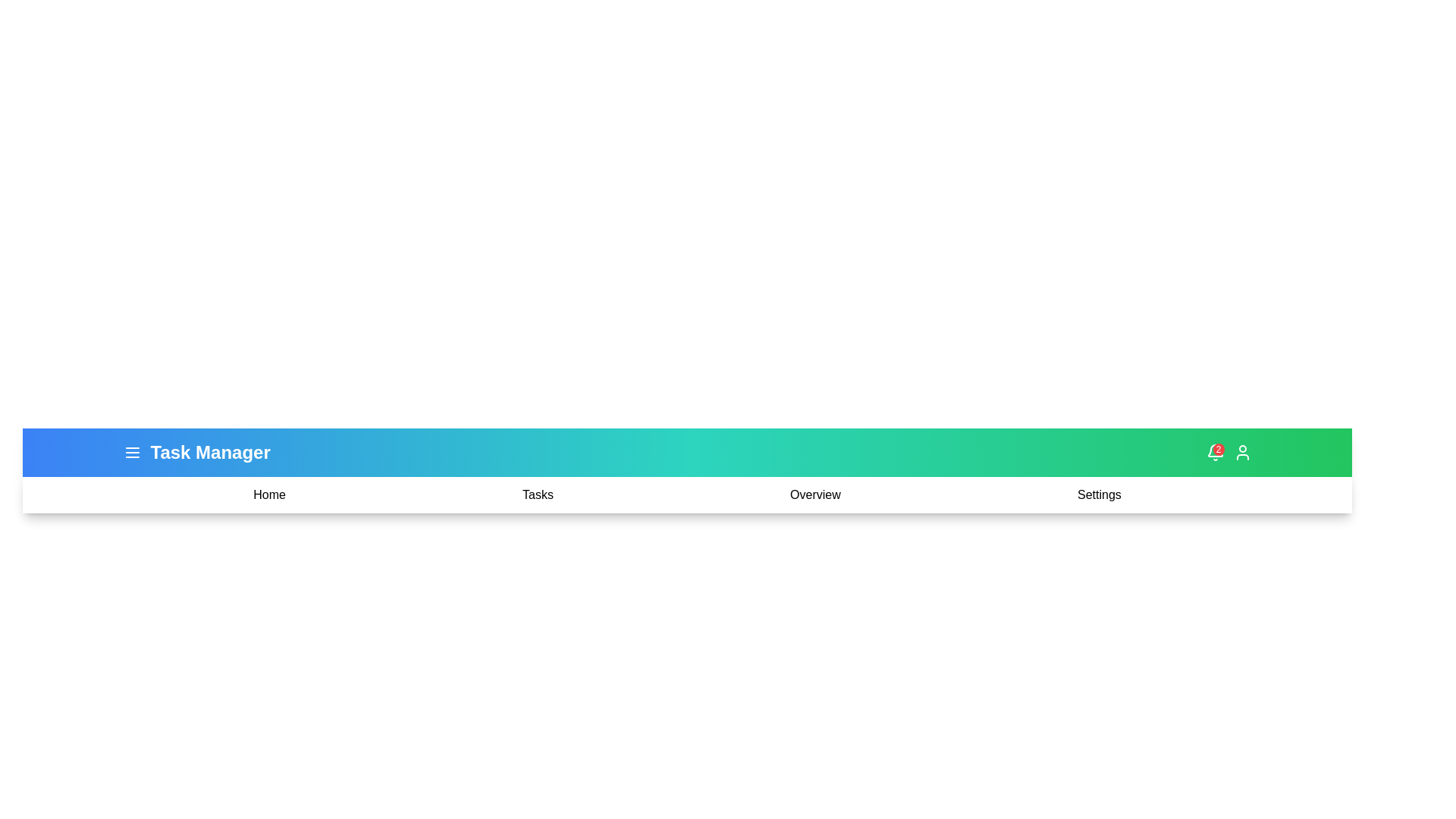  Describe the element at coordinates (538, 494) in the screenshot. I see `the menu item Tasks to navigate to the corresponding section` at that location.